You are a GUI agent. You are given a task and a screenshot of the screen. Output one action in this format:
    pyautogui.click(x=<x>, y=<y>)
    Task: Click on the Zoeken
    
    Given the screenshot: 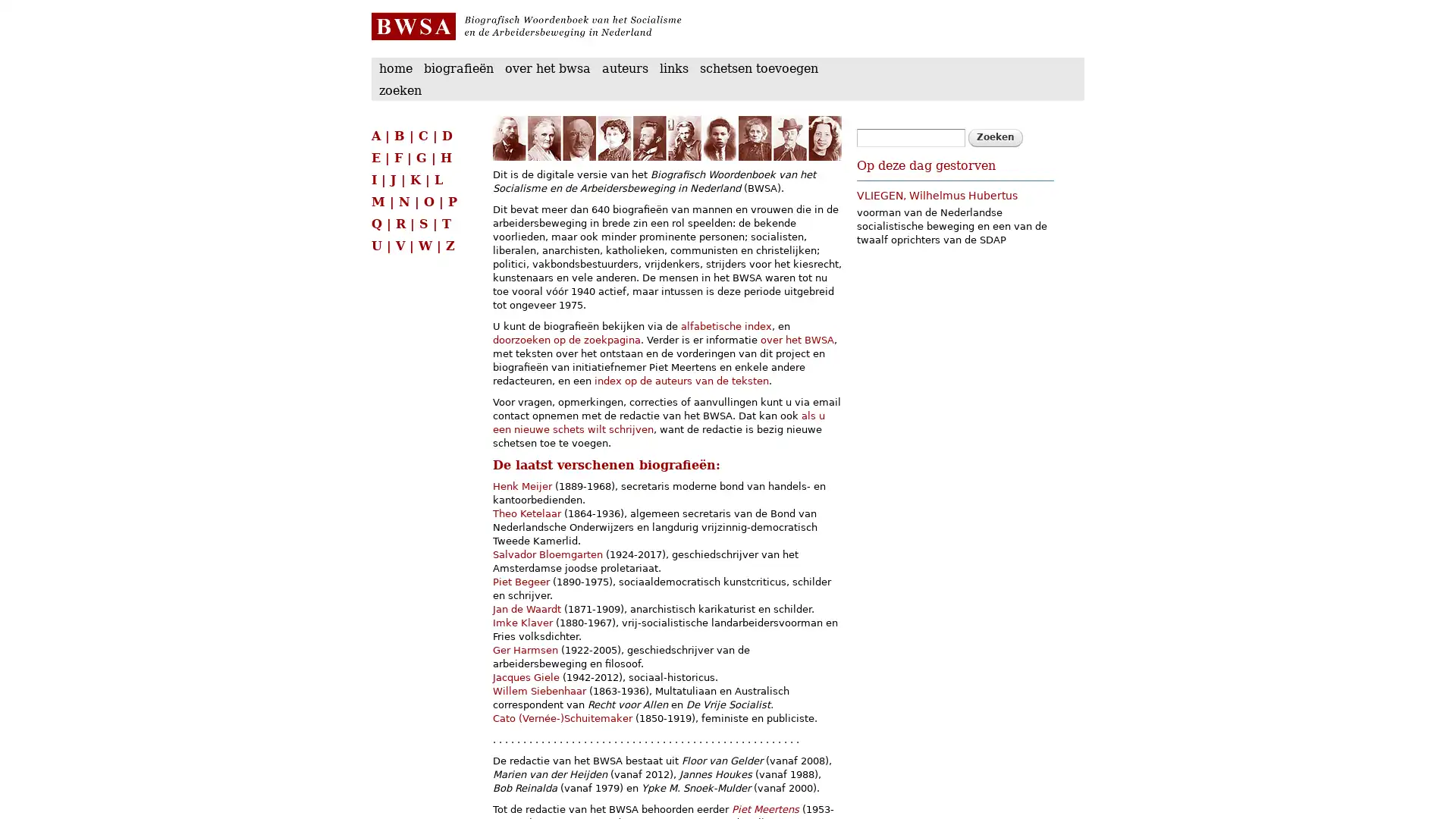 What is the action you would take?
    pyautogui.click(x=996, y=137)
    